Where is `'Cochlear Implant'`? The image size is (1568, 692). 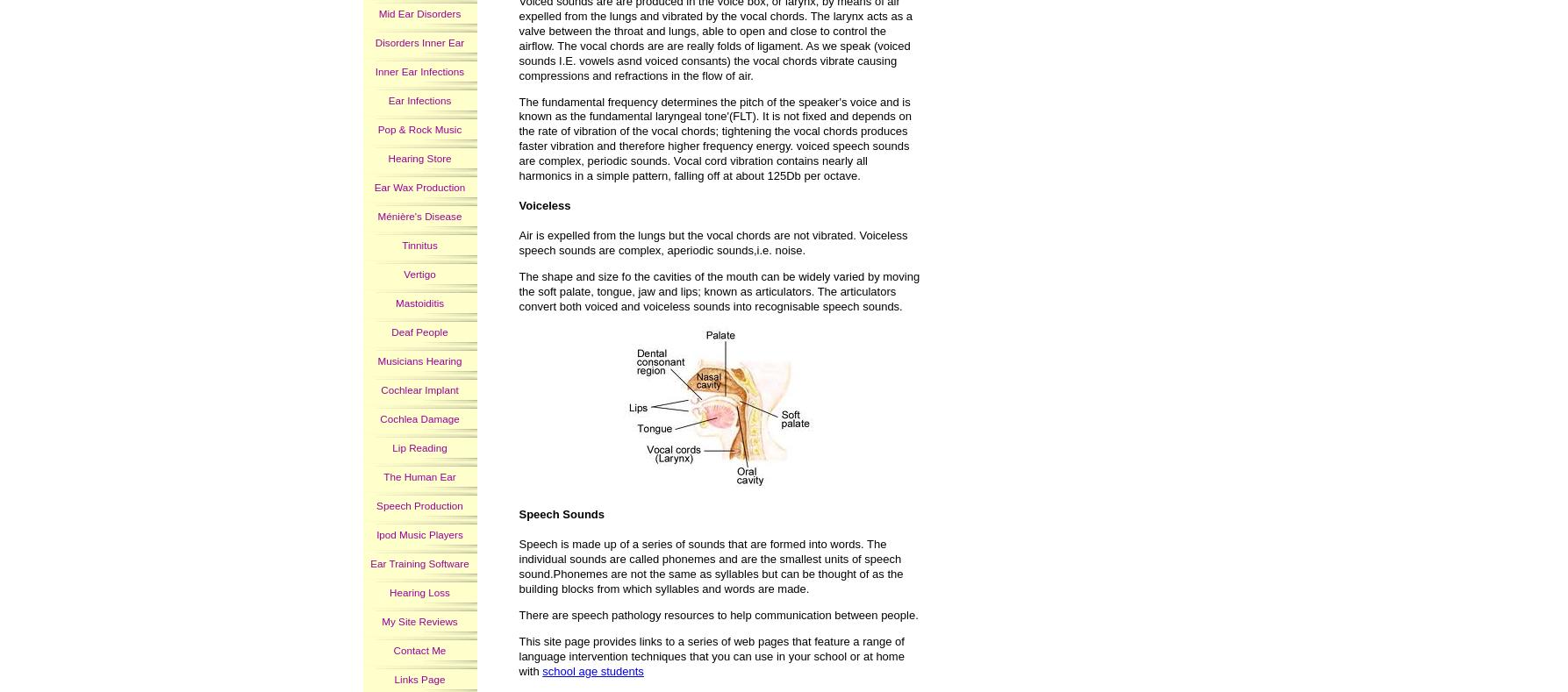 'Cochlear Implant' is located at coordinates (419, 389).